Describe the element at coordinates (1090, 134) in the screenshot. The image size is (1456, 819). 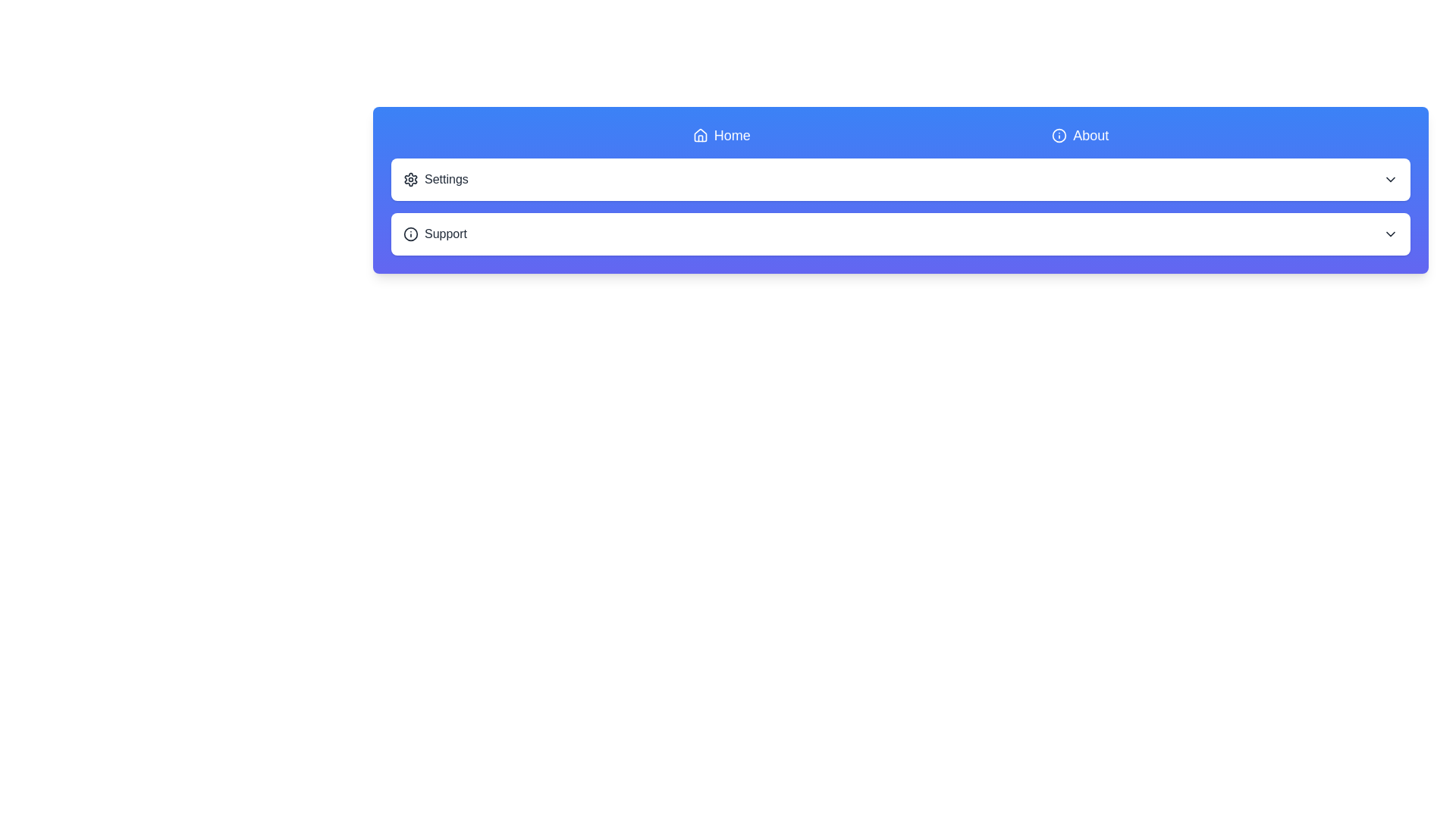
I see `the 'About' text link in the top-right menu bar` at that location.